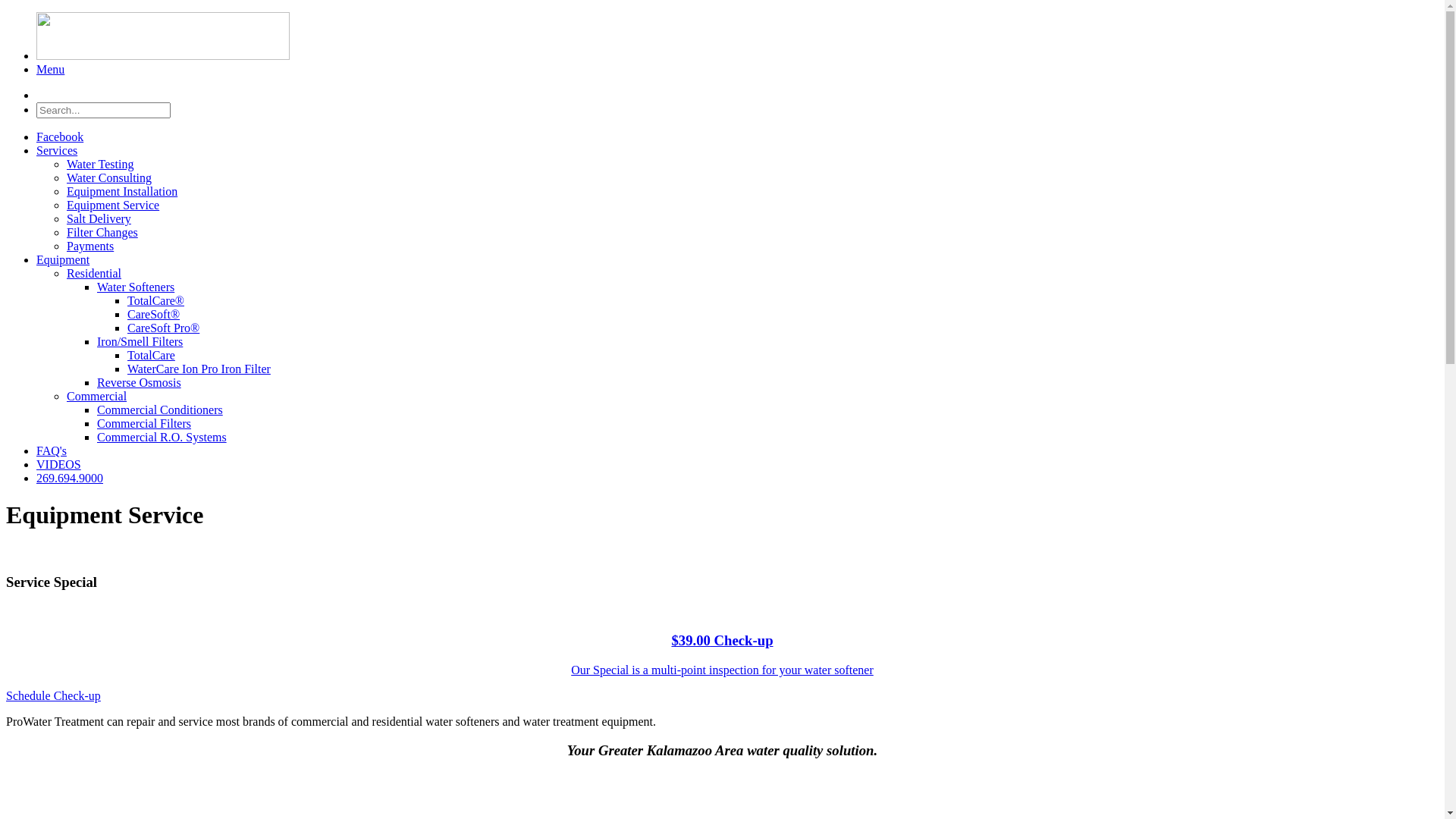 The width and height of the screenshot is (1456, 819). I want to click on 'Services', so click(57, 150).